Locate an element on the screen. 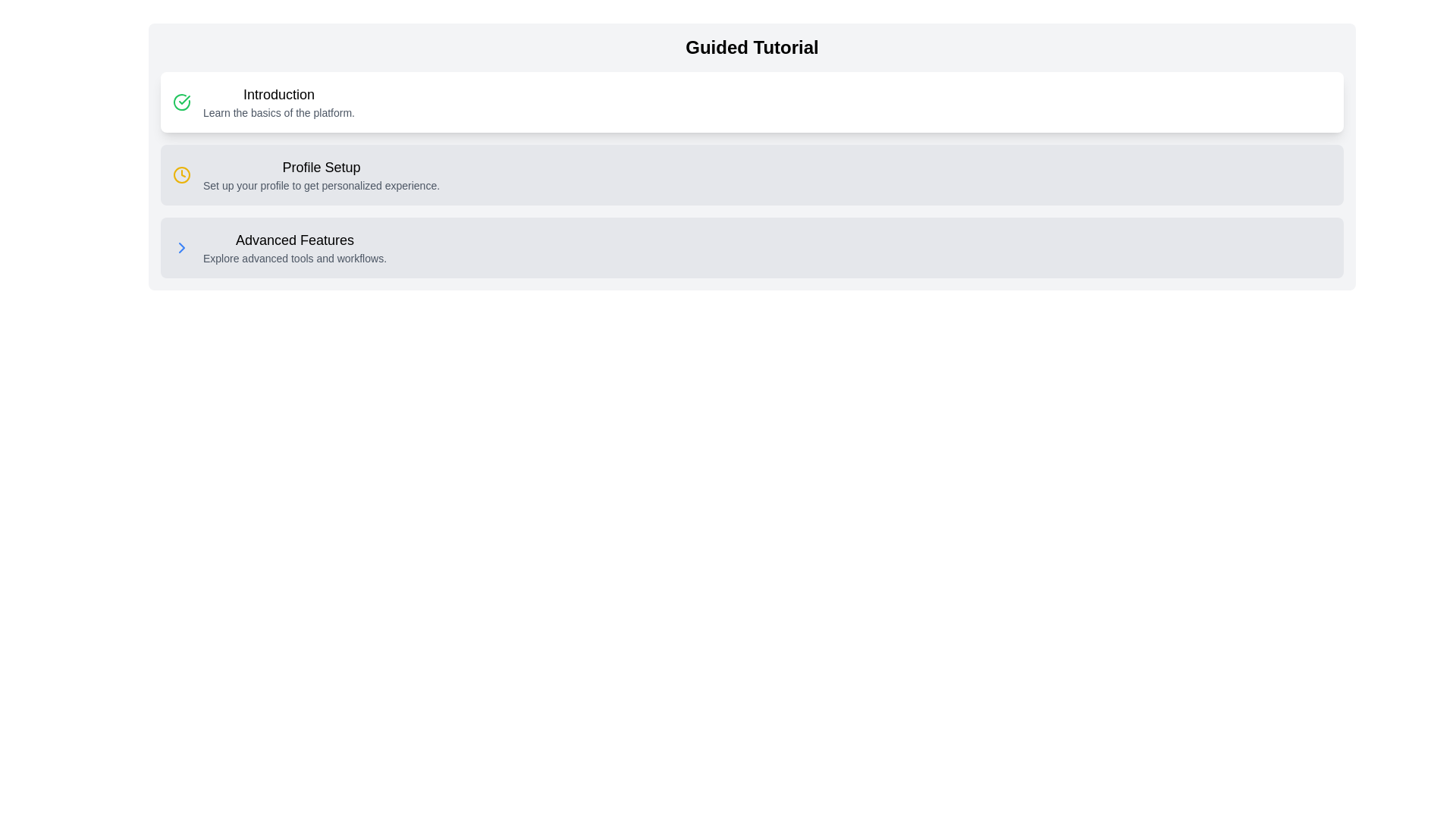 This screenshot has width=1456, height=819. descriptive text block in the third section of the guided tutorial interface that combines a title and a subtitle, serving as an entry point to explore advanced tools and workflows is located at coordinates (294, 247).